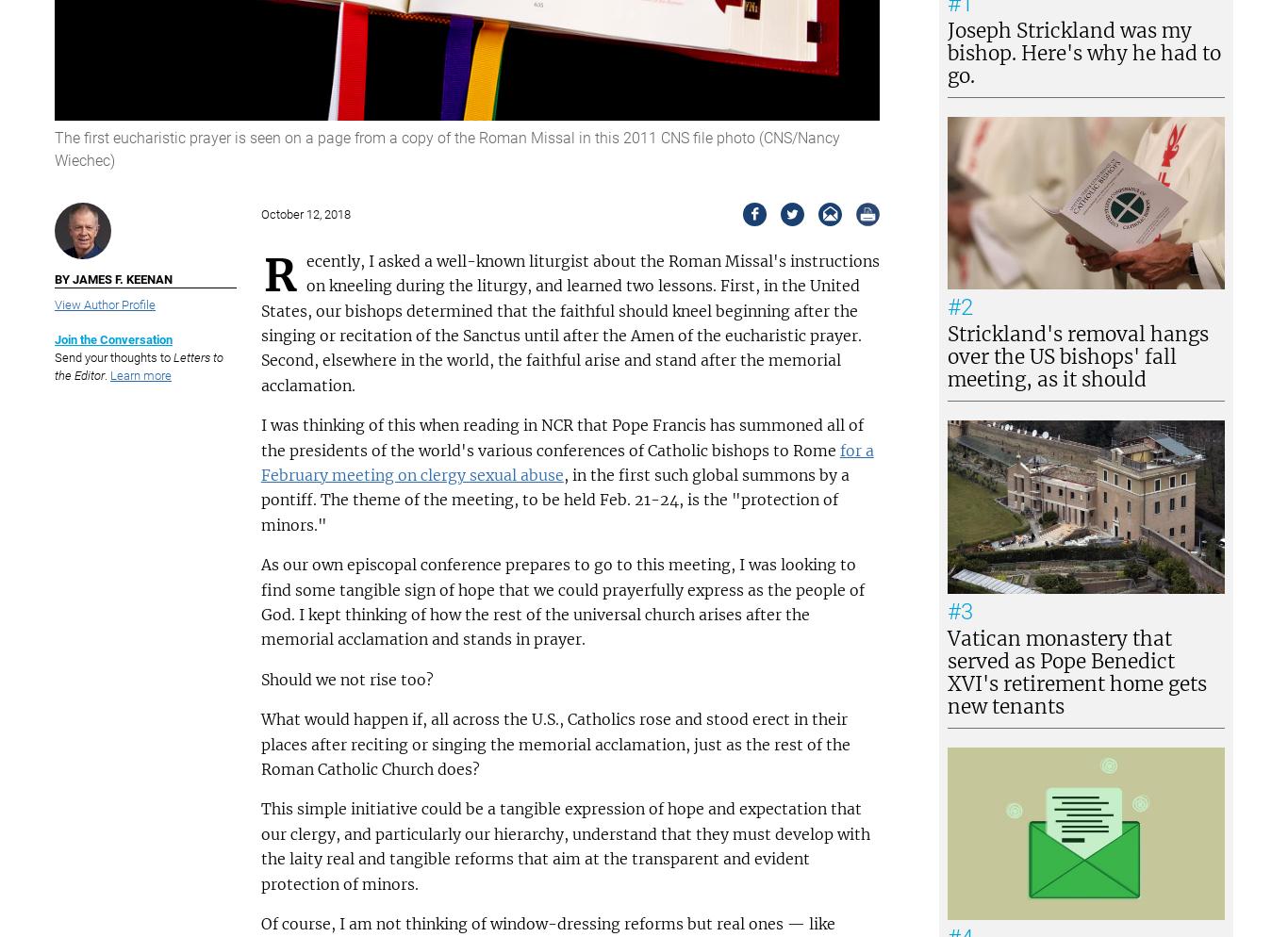 The height and width of the screenshot is (937, 1288). Describe the element at coordinates (947, 357) in the screenshot. I see `'Strickland's removal hangs over the US bishops' fall meeting, as it should'` at that location.